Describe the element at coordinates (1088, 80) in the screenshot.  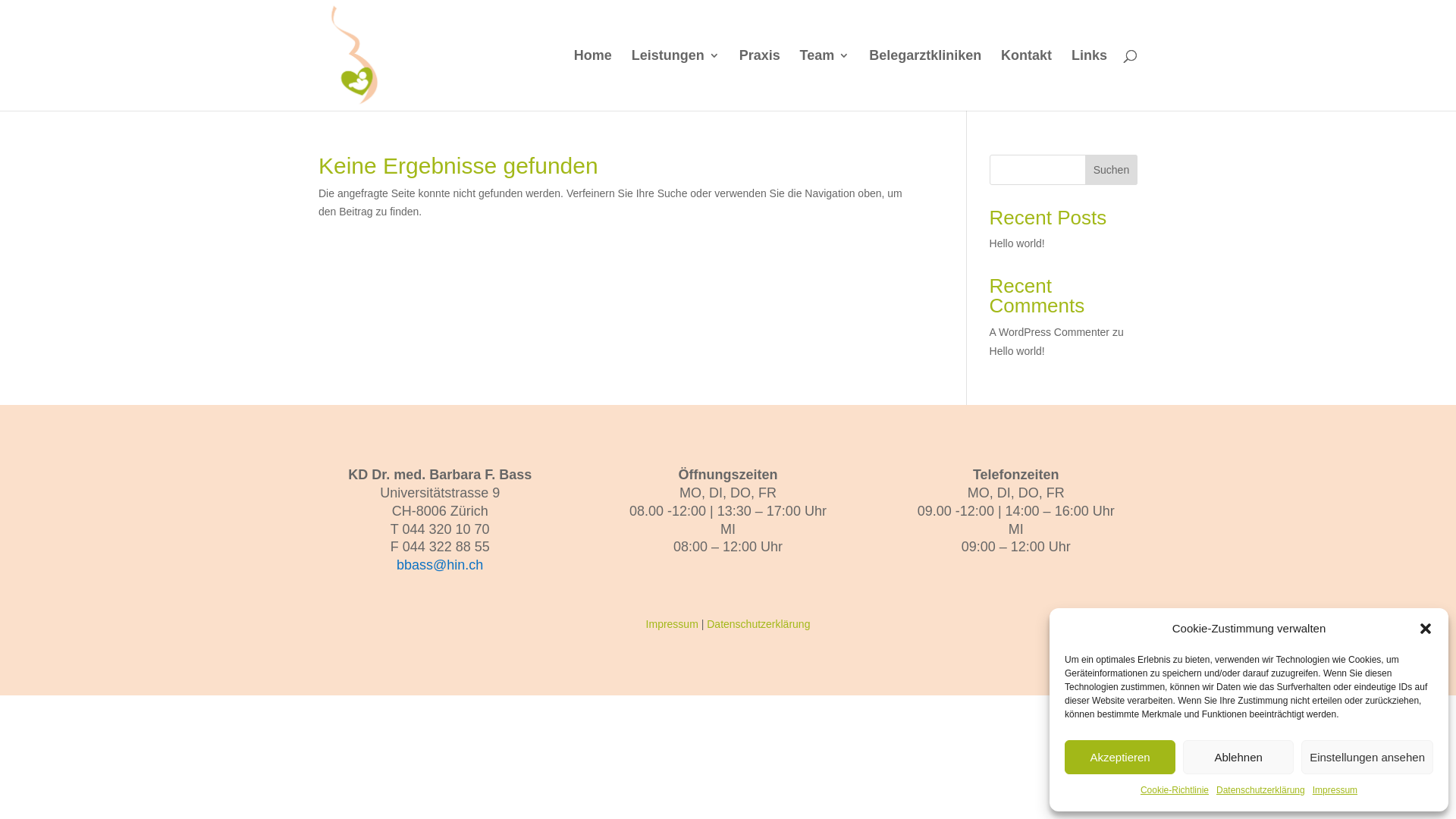
I see `'Links'` at that location.